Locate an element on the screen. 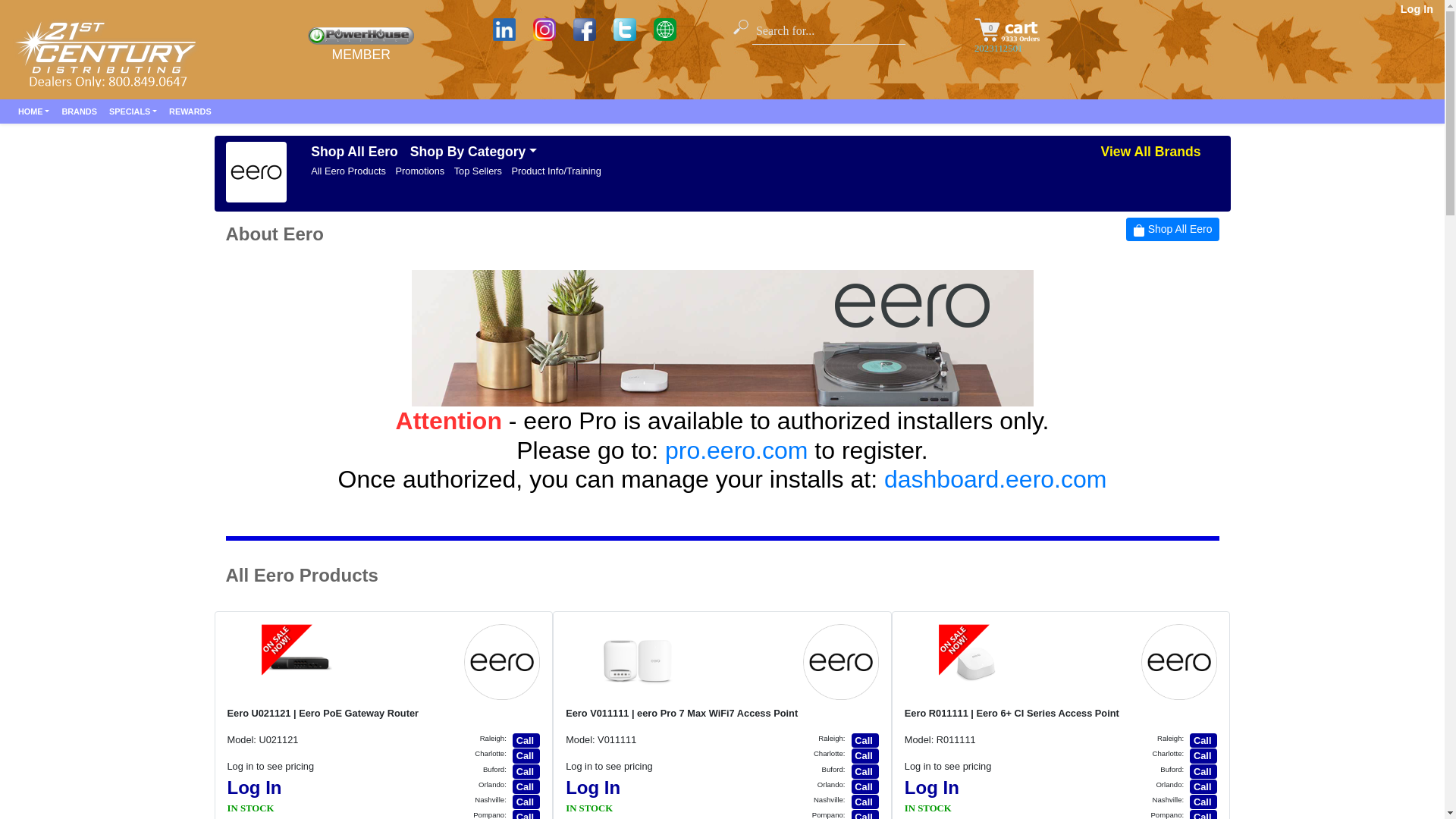  'Promotions' is located at coordinates (419, 171).